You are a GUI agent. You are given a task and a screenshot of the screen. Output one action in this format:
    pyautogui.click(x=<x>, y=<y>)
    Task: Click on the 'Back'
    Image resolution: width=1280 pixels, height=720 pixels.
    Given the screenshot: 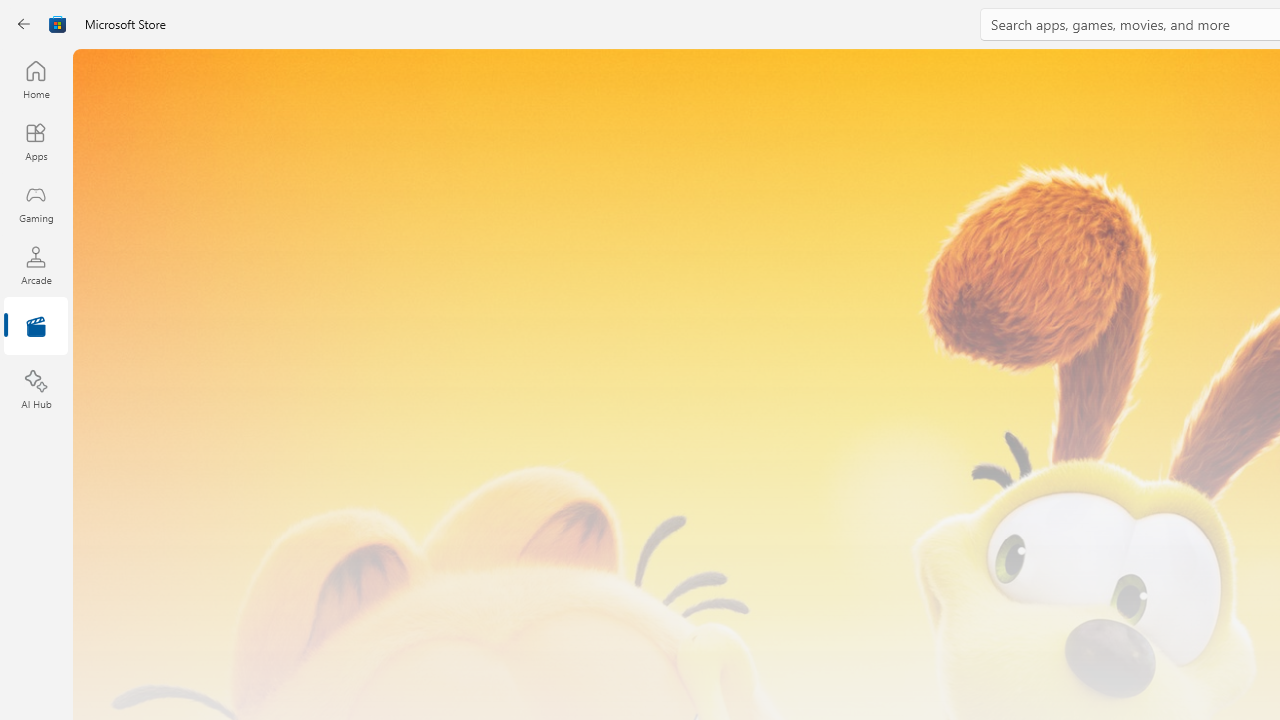 What is the action you would take?
    pyautogui.click(x=24, y=24)
    